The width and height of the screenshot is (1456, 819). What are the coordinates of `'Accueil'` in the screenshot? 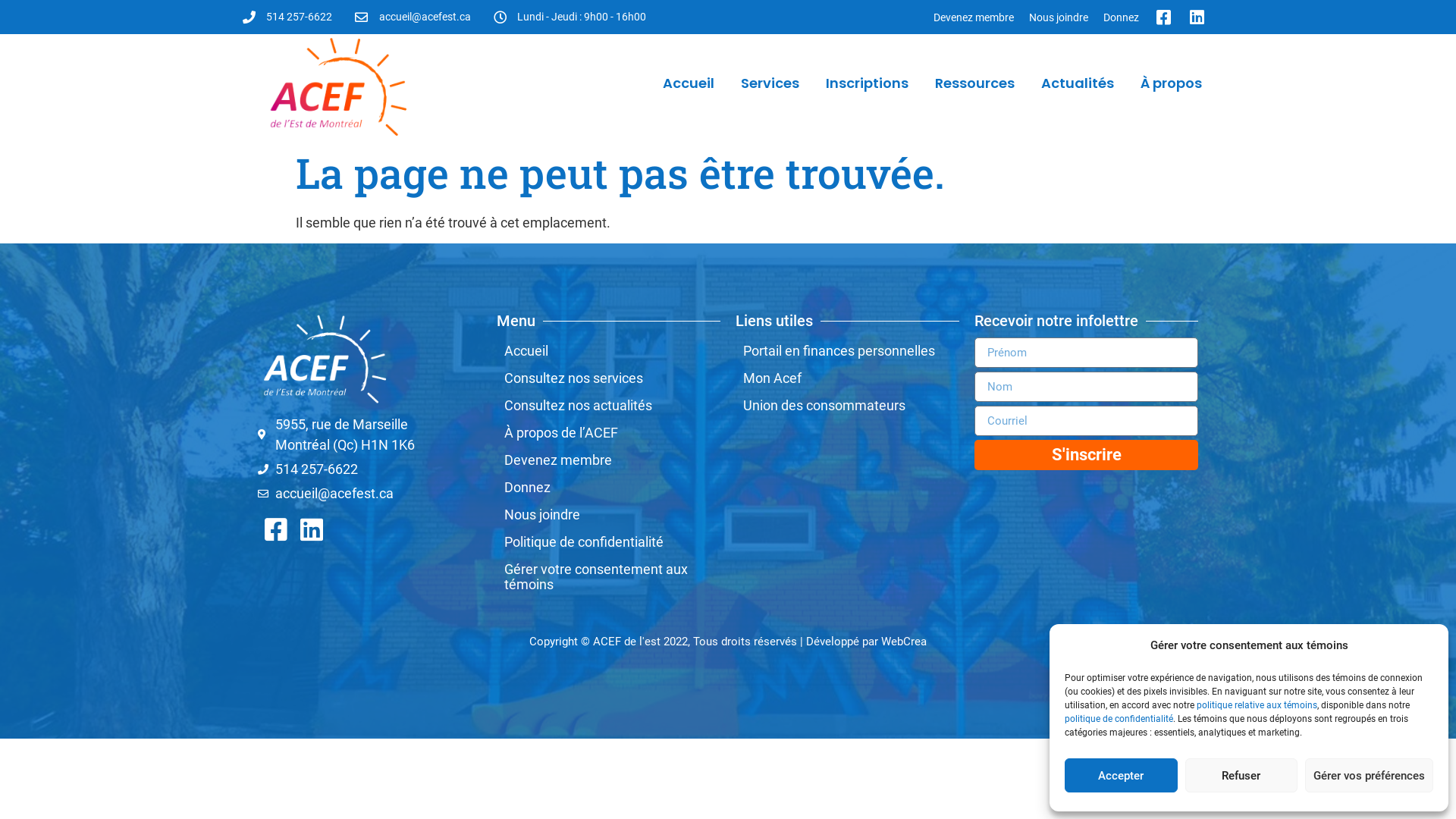 It's located at (608, 350).